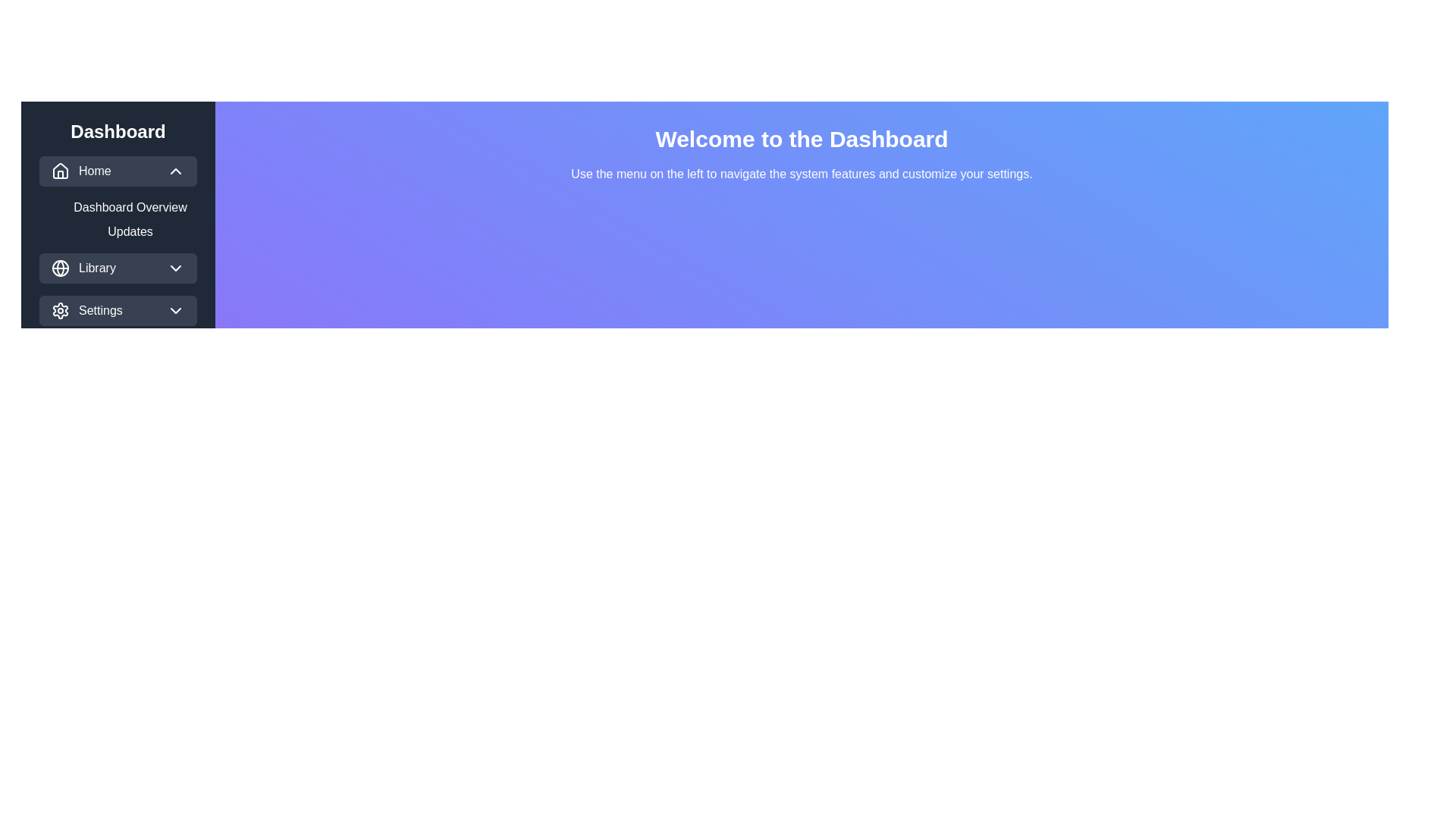 The image size is (1456, 819). What do you see at coordinates (130, 231) in the screenshot?
I see `the 'Updates' text link located in the side menu under 'Dashboard Overview'` at bounding box center [130, 231].